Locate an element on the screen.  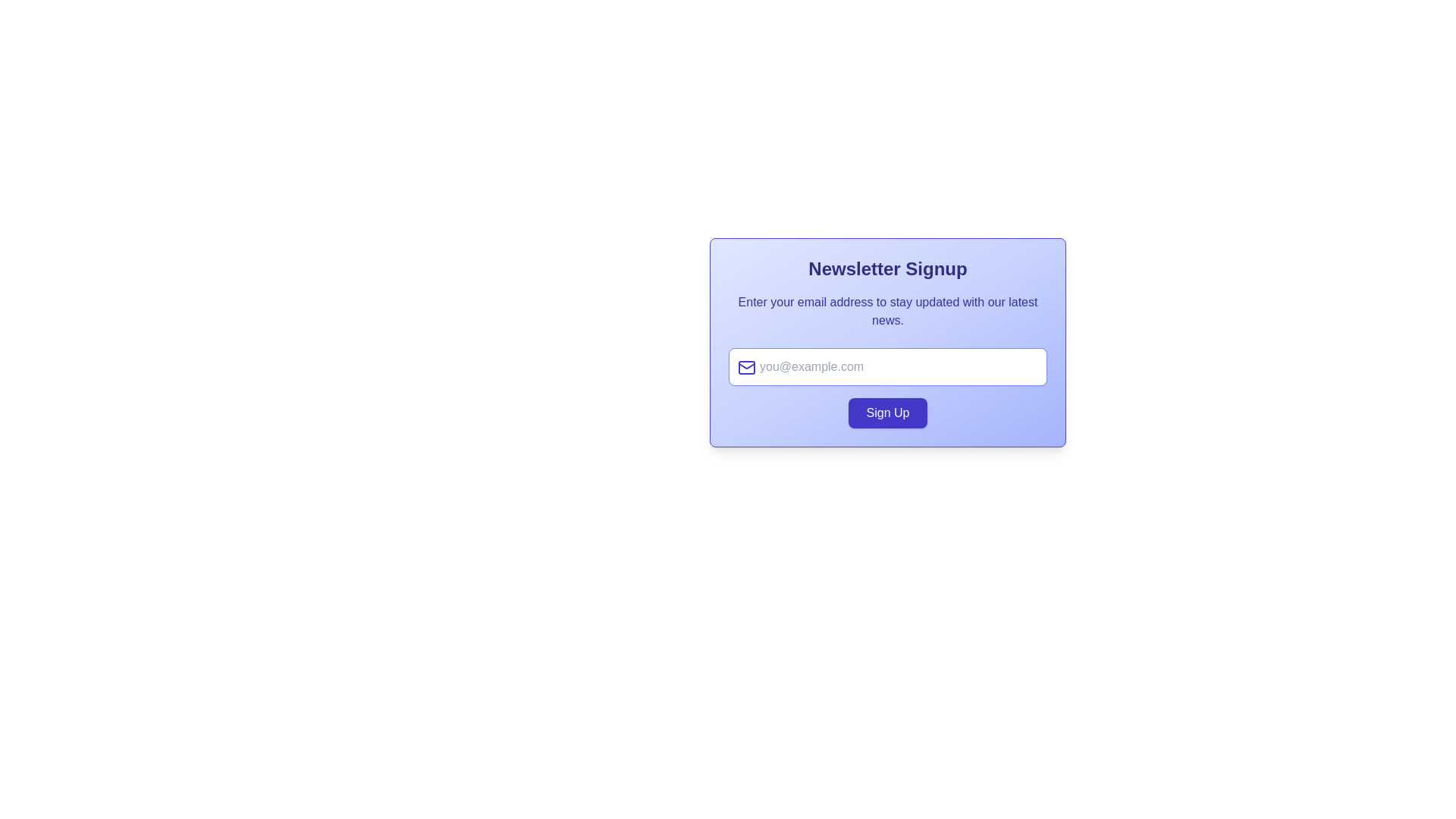
the heading text label for the newsletter signup section, which is positioned at the top of a light blue card is located at coordinates (888, 268).